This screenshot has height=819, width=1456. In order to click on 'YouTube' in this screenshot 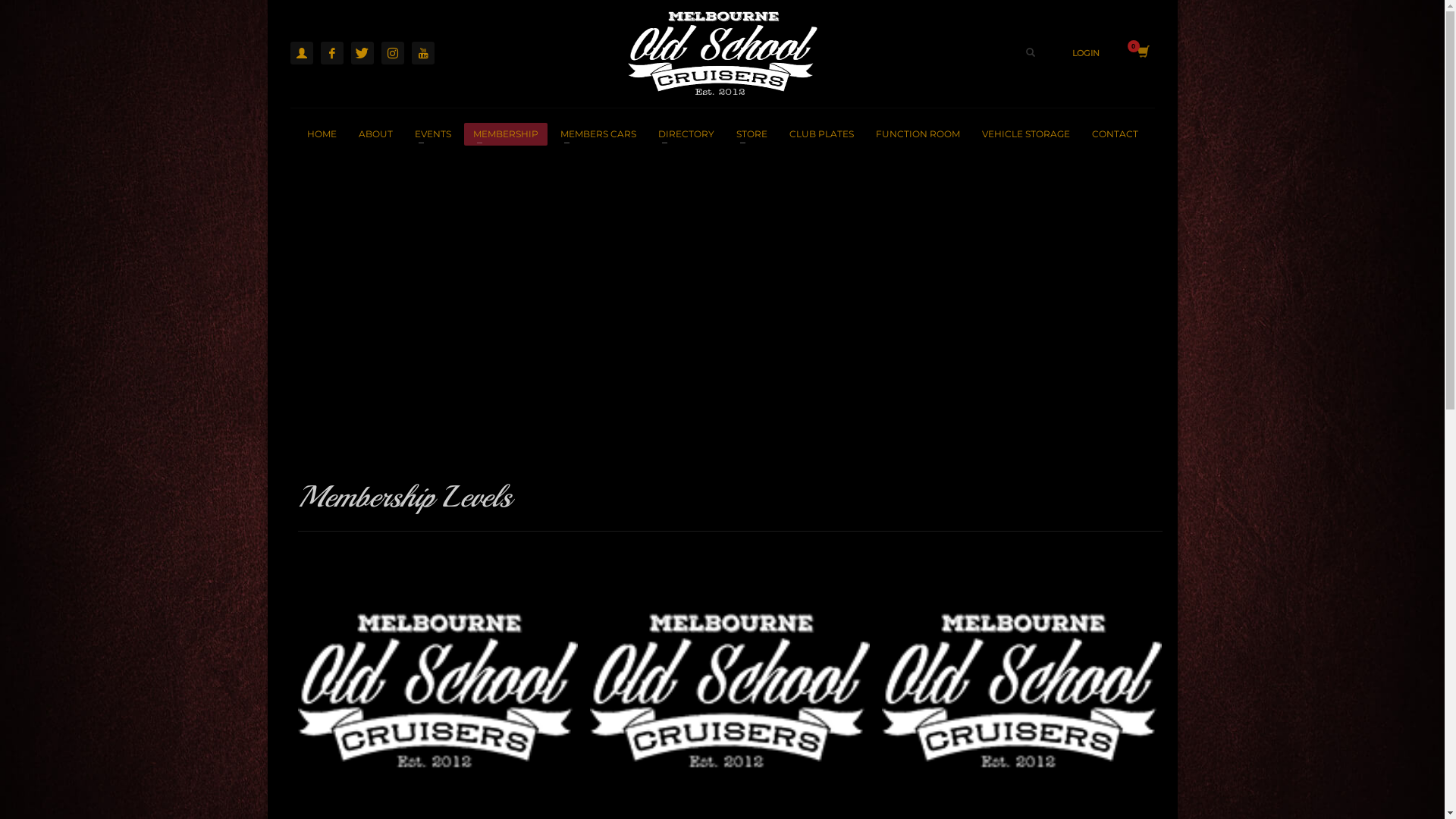, I will do `click(422, 52)`.